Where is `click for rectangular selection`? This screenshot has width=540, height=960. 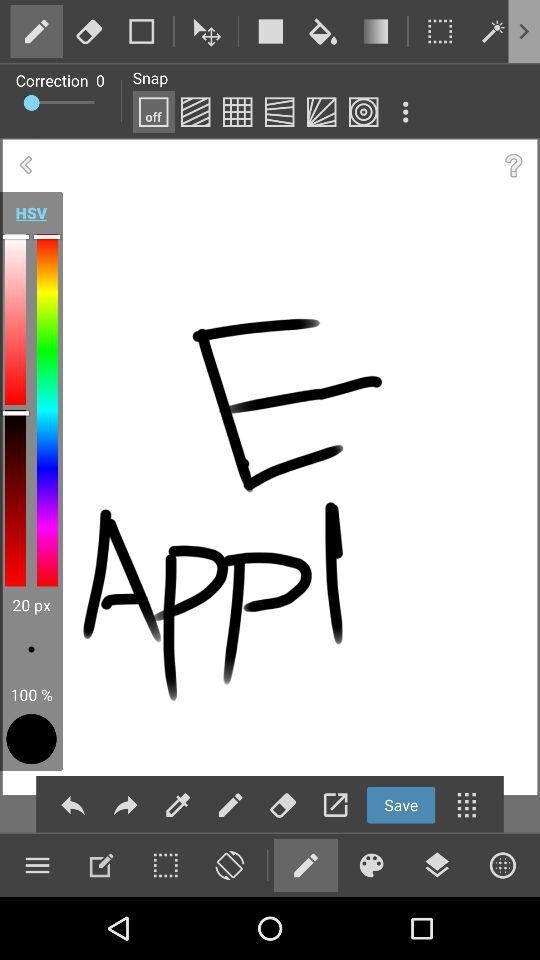
click for rectangular selection is located at coordinates (440, 30).